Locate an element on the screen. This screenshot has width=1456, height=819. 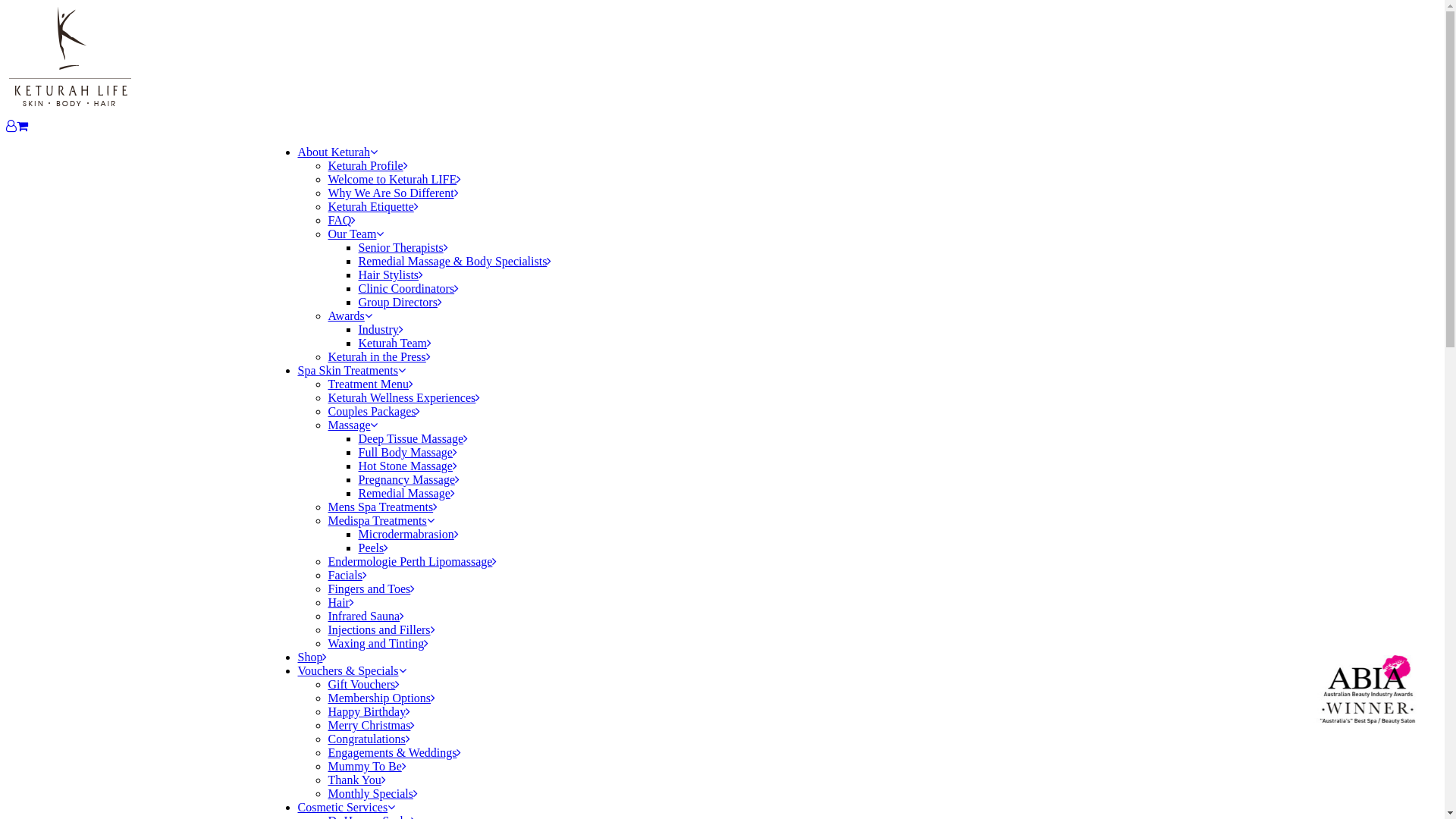
'Membership Options' is located at coordinates (381, 698).